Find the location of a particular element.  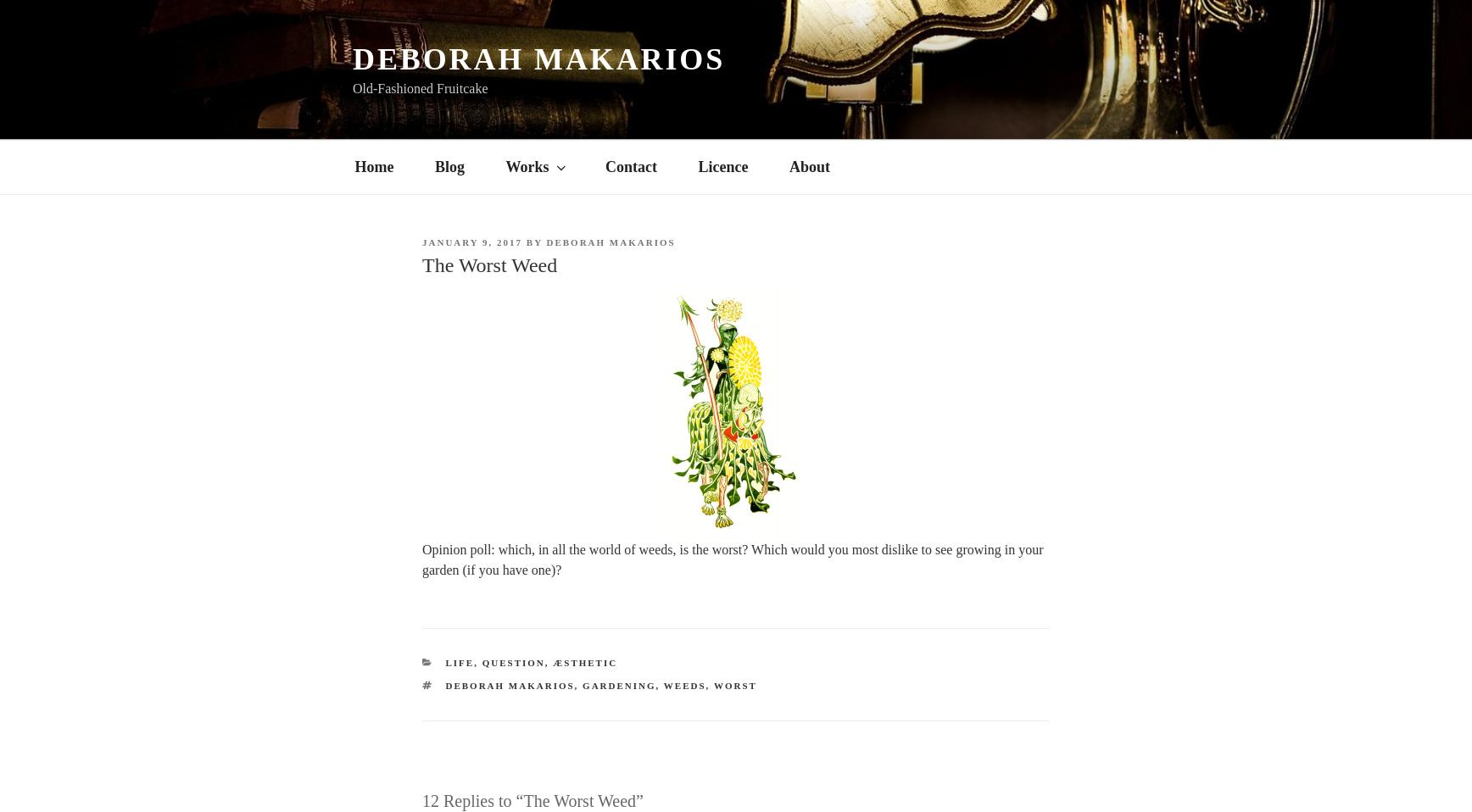

'January 9, 2017' is located at coordinates (472, 242).